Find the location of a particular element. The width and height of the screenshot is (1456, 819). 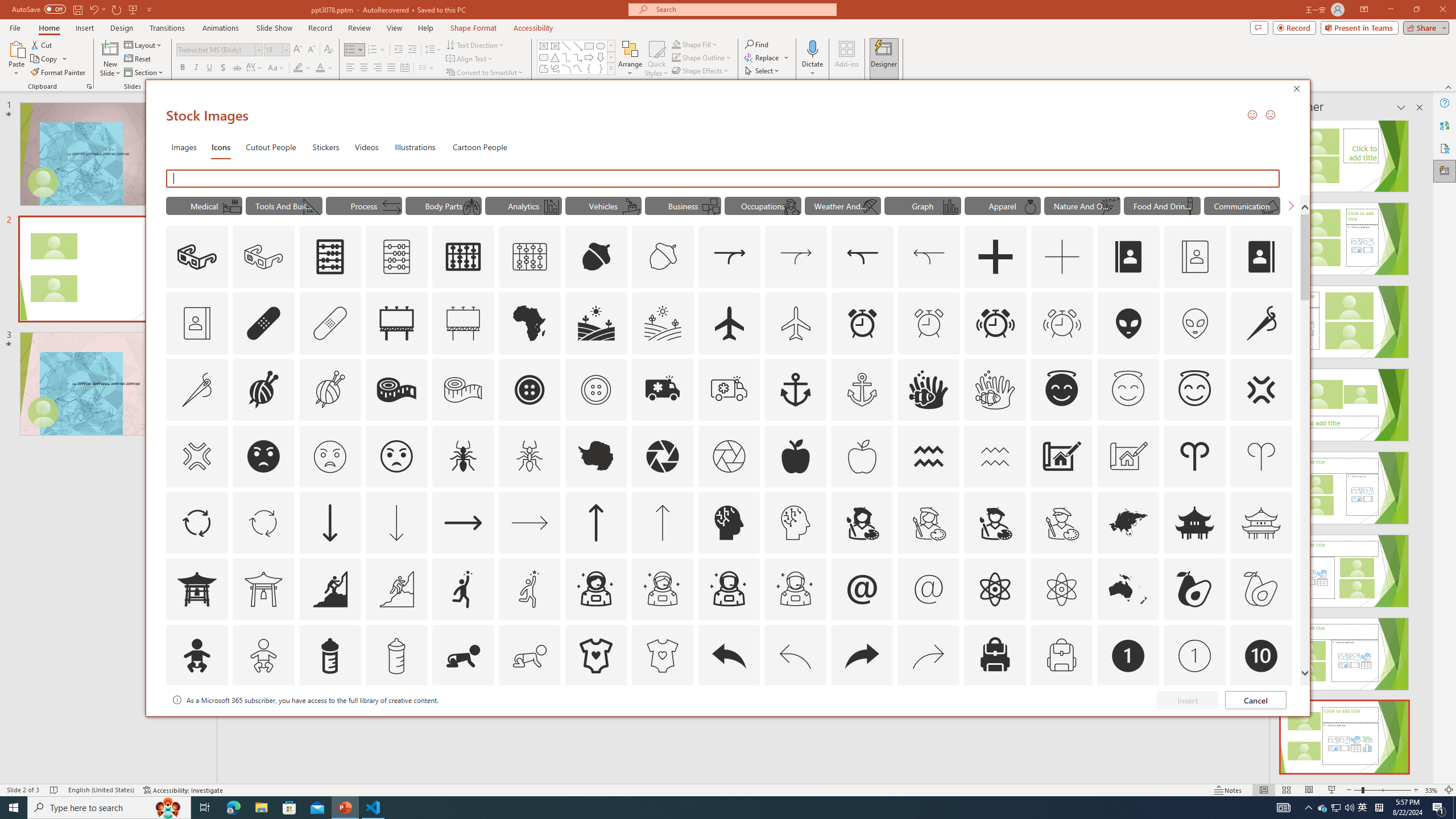

'AutomationID: Icons_ArrowRight_M' is located at coordinates (529, 522).